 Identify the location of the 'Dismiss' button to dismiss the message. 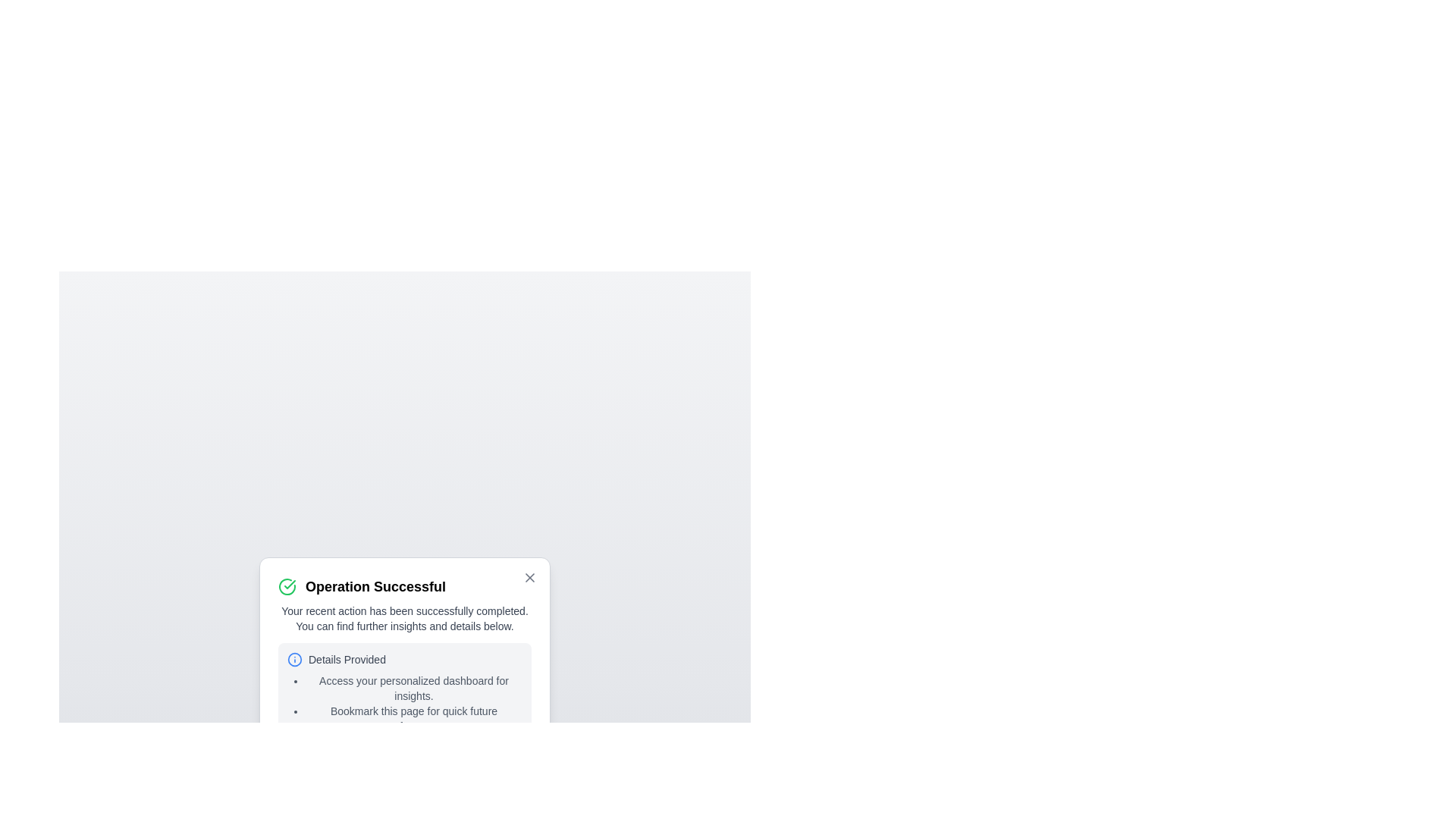
(498, 770).